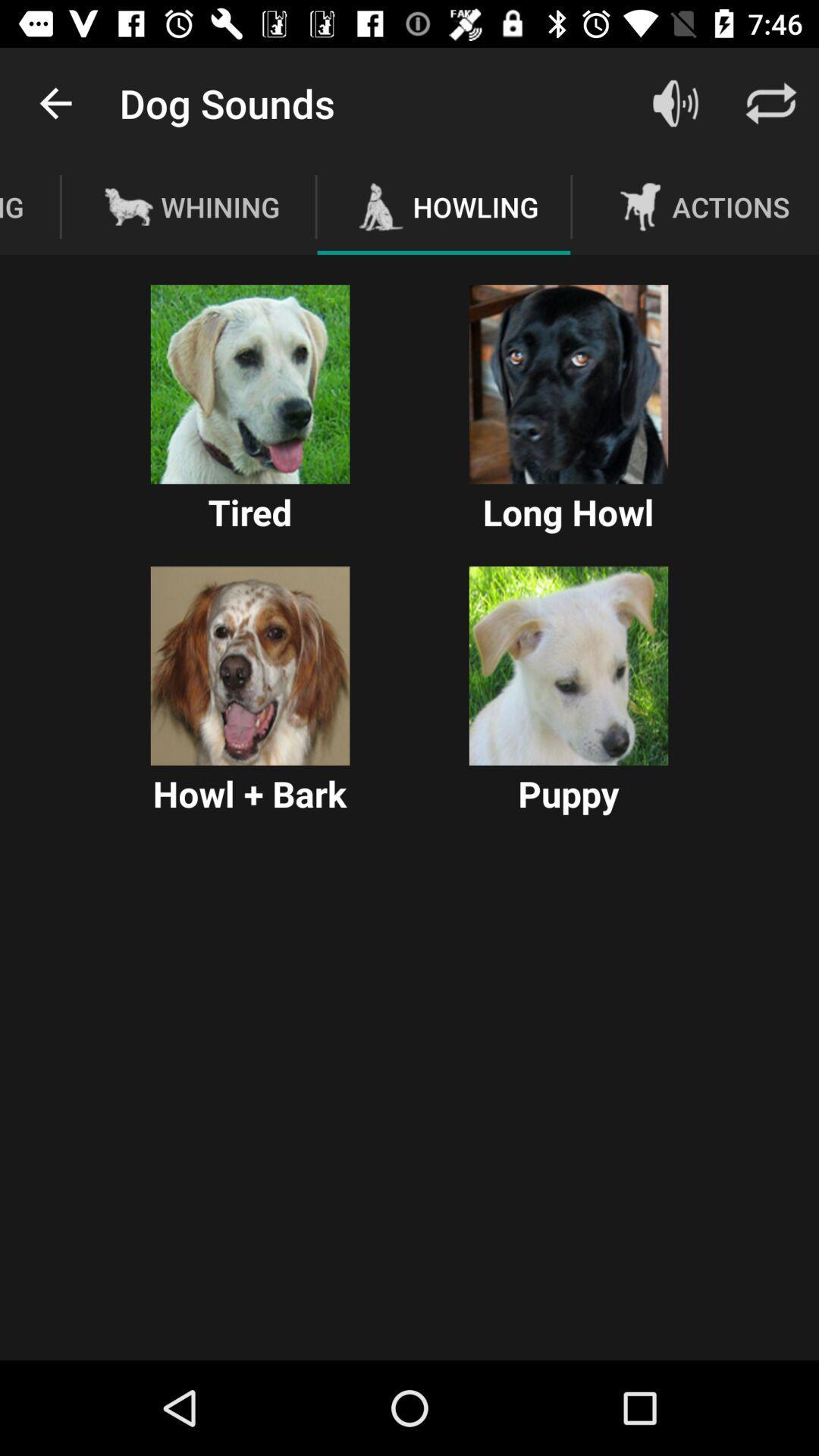 Image resolution: width=819 pixels, height=1456 pixels. I want to click on change dog, so click(249, 666).